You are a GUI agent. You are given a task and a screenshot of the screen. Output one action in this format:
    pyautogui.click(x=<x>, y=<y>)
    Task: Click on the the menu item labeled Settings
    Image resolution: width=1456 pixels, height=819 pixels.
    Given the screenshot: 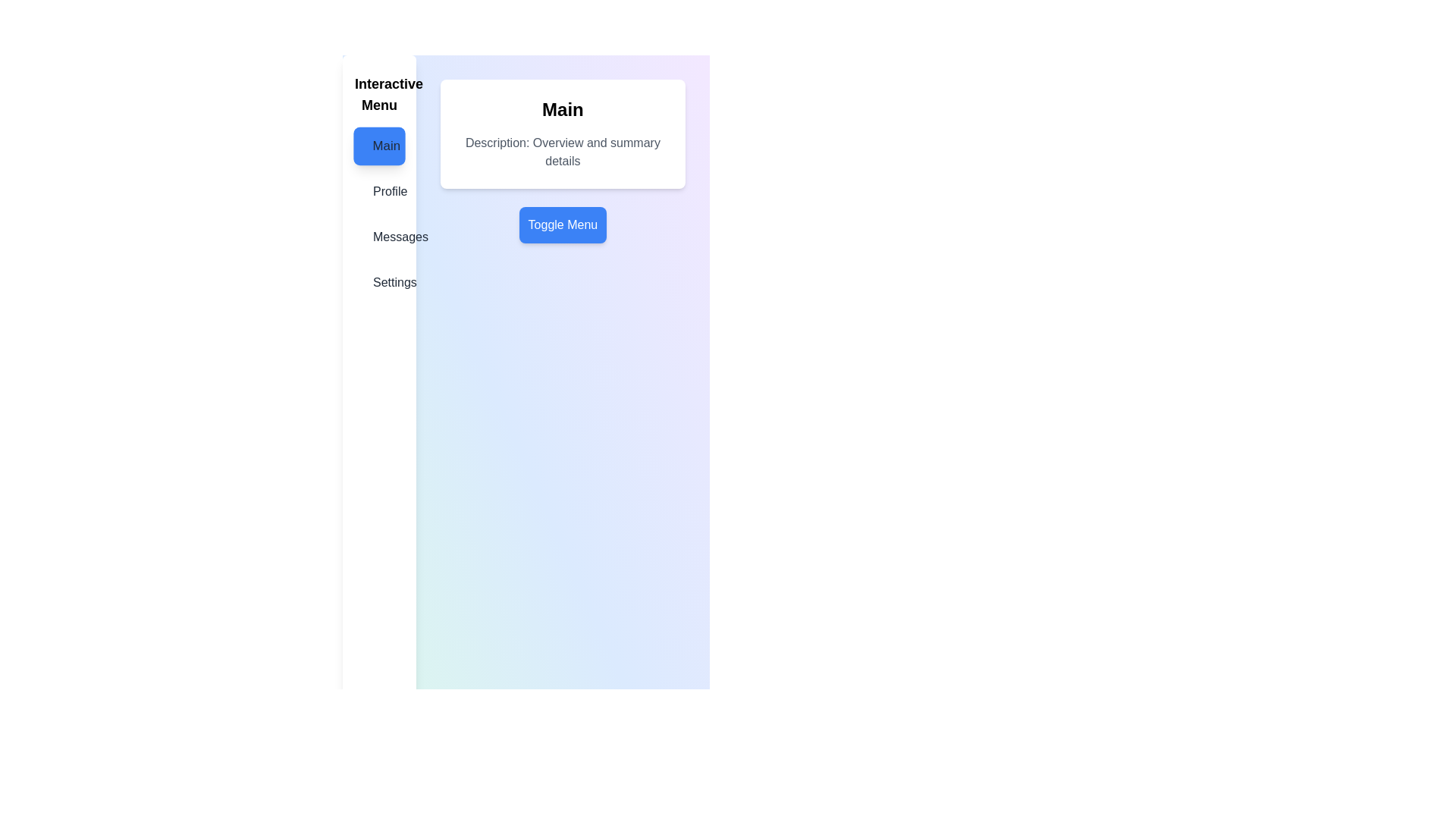 What is the action you would take?
    pyautogui.click(x=378, y=283)
    